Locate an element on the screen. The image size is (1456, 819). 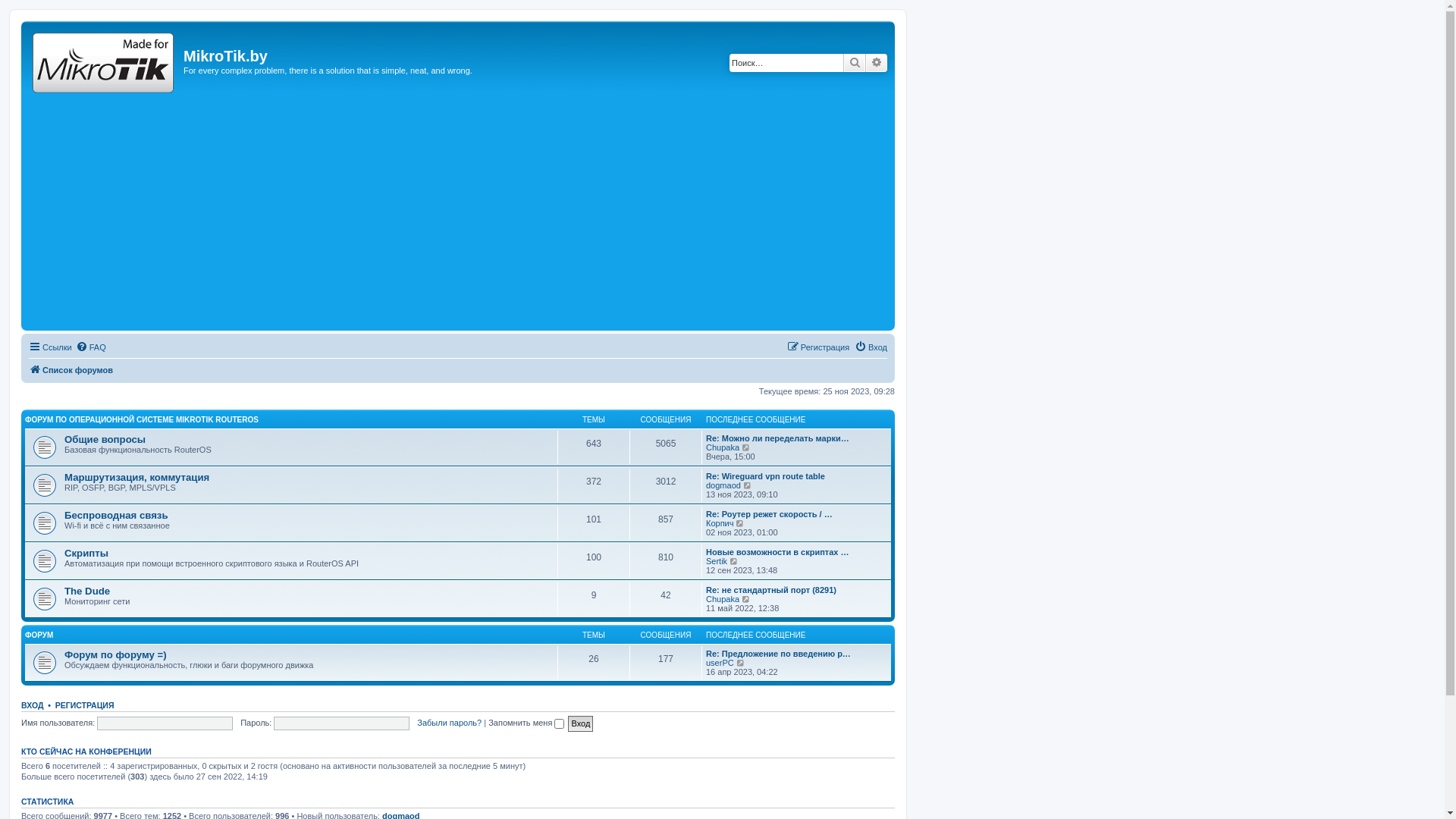
'dogmaod' is located at coordinates (705, 485).